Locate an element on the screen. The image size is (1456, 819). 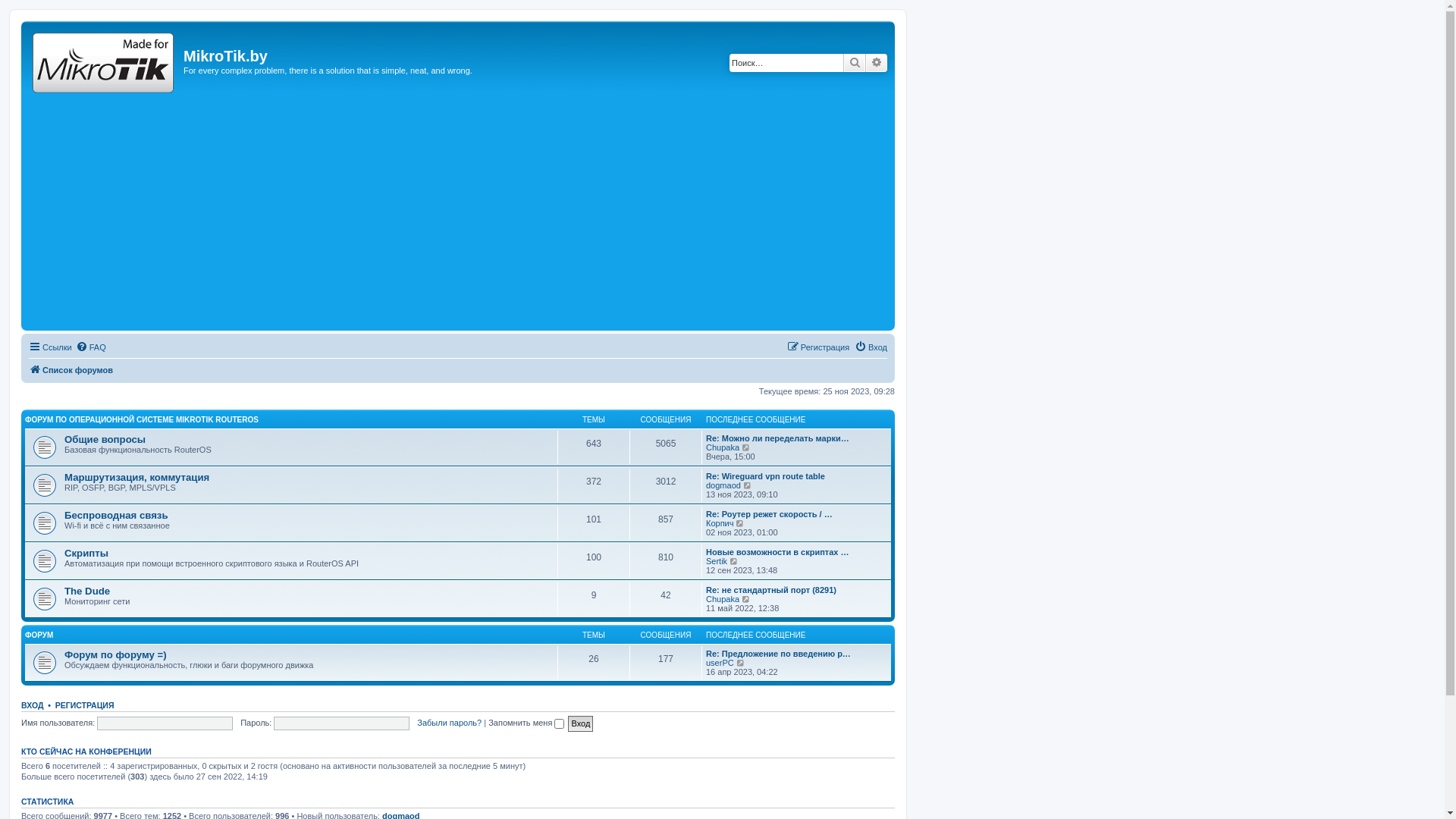
'dogmaod' is located at coordinates (705, 485).